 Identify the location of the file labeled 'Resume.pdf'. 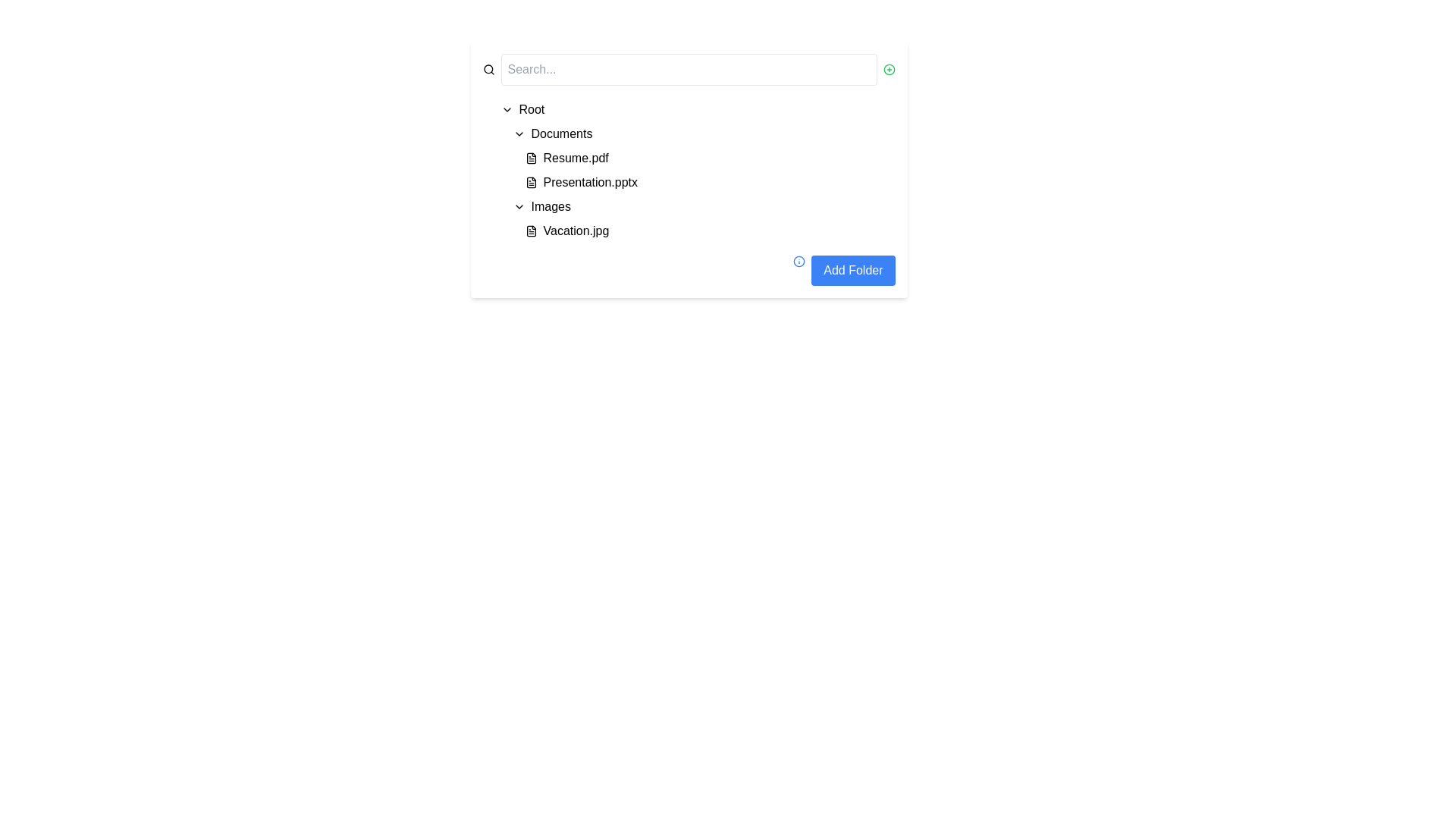
(575, 158).